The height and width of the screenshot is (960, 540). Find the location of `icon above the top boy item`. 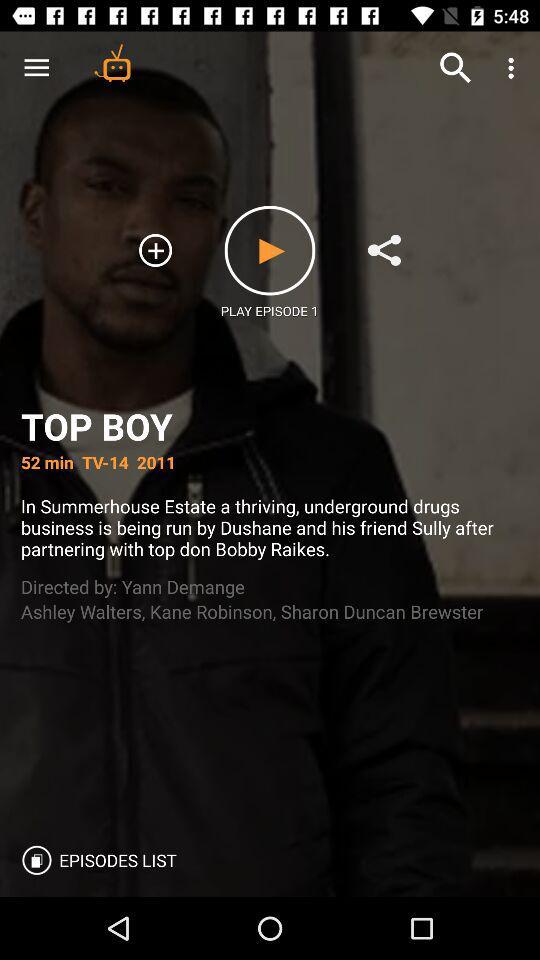

icon above the top boy item is located at coordinates (154, 249).